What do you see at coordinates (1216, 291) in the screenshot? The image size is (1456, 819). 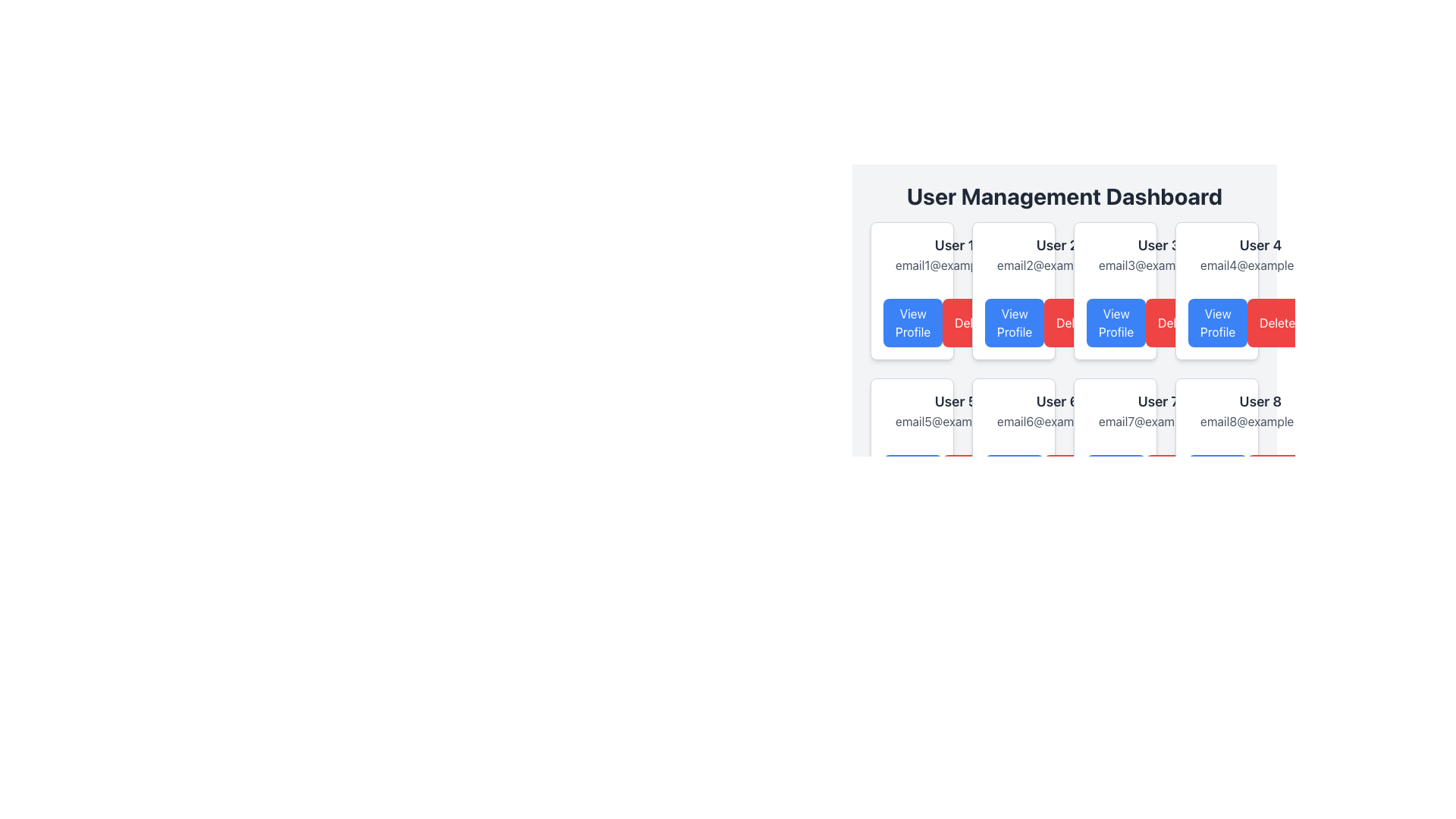 I see `the User information card located in the grid layout, specifically the fourth card in the first row` at bounding box center [1216, 291].